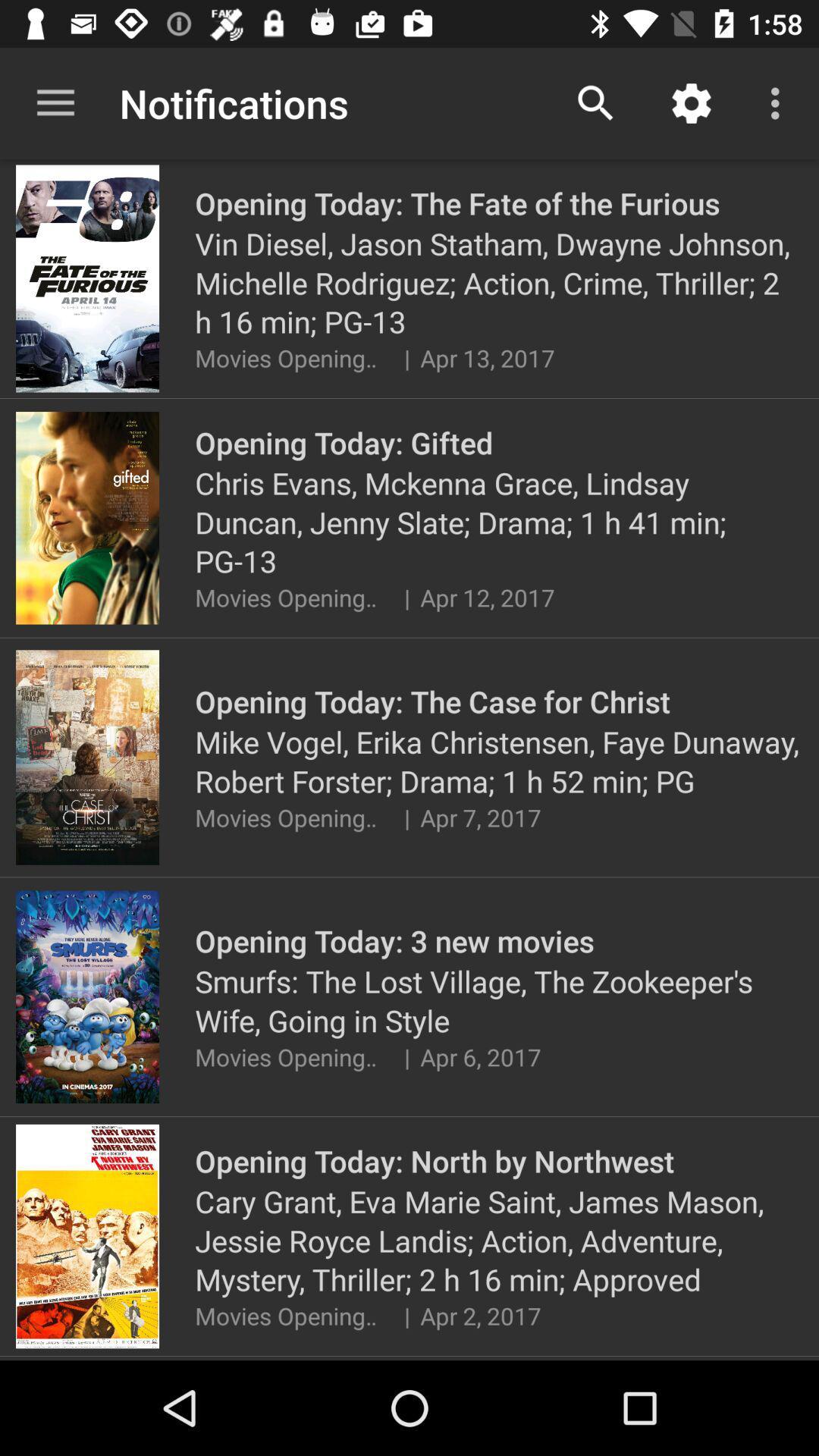 The height and width of the screenshot is (1456, 819). Describe the element at coordinates (406, 817) in the screenshot. I see `the icon to the left of the apr 7, 2017` at that location.